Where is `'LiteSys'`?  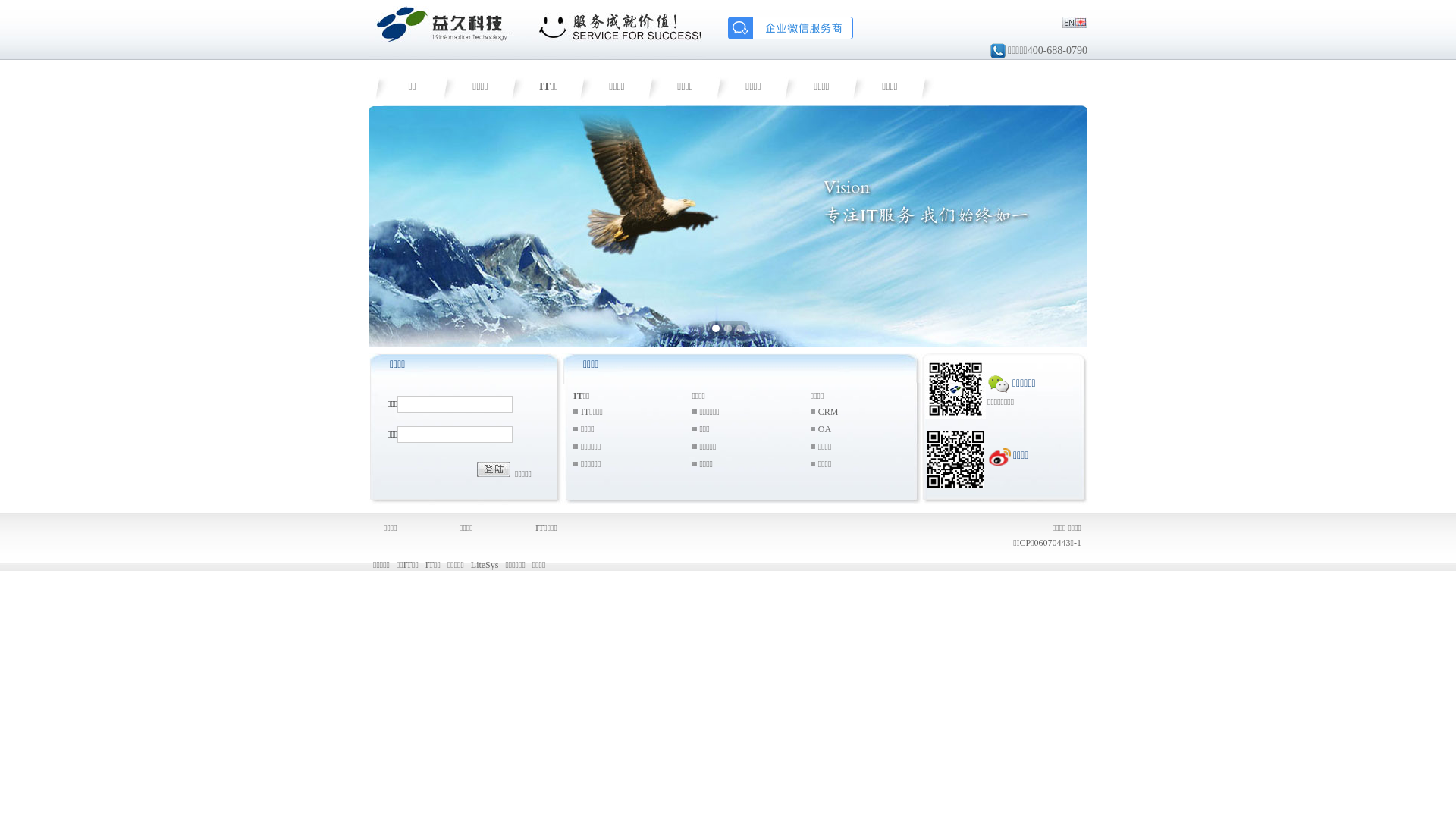
'LiteSys' is located at coordinates (484, 564).